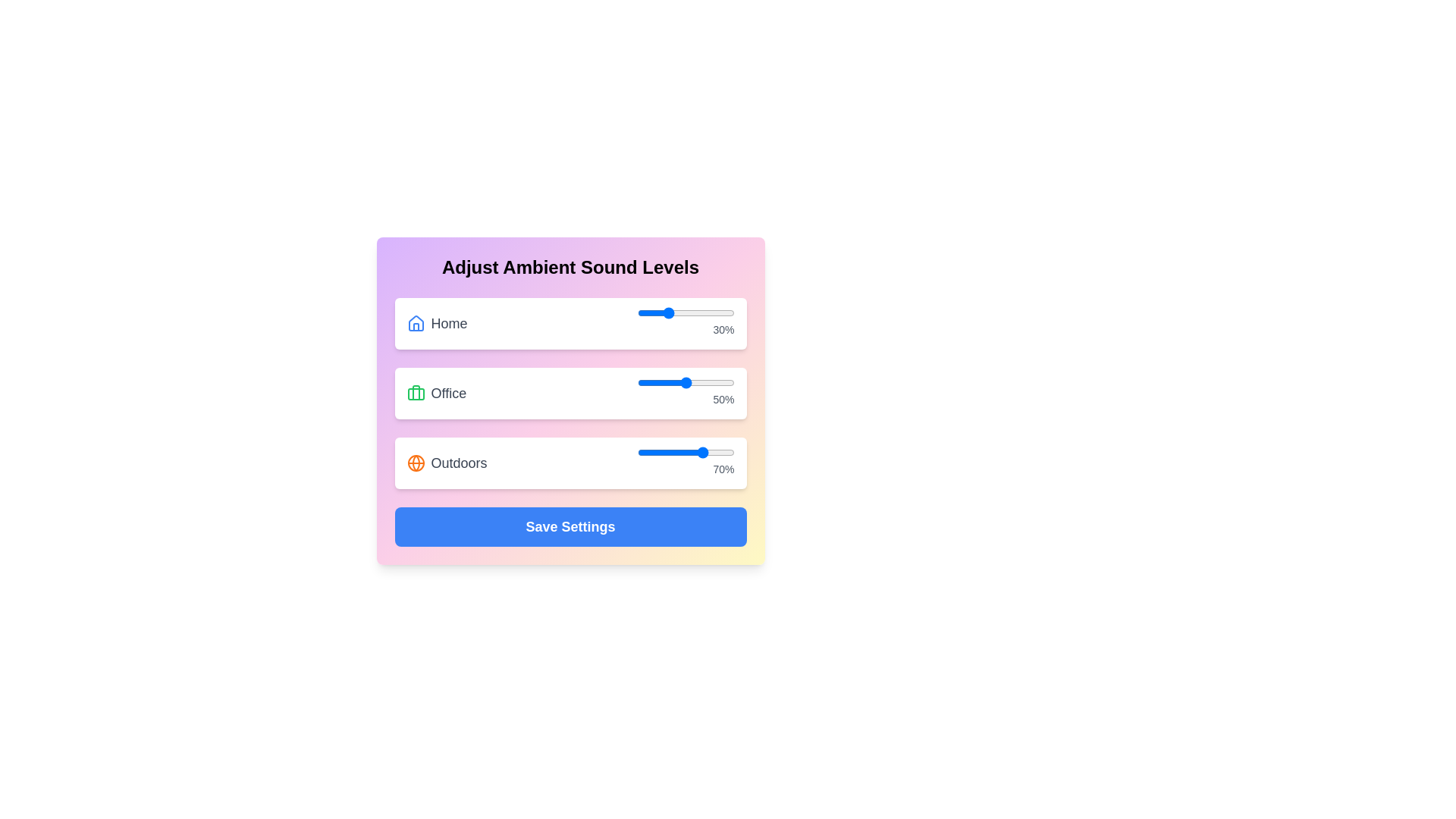 The width and height of the screenshot is (1456, 819). What do you see at coordinates (642, 382) in the screenshot?
I see `the 'Office' sound level slider to 5%` at bounding box center [642, 382].